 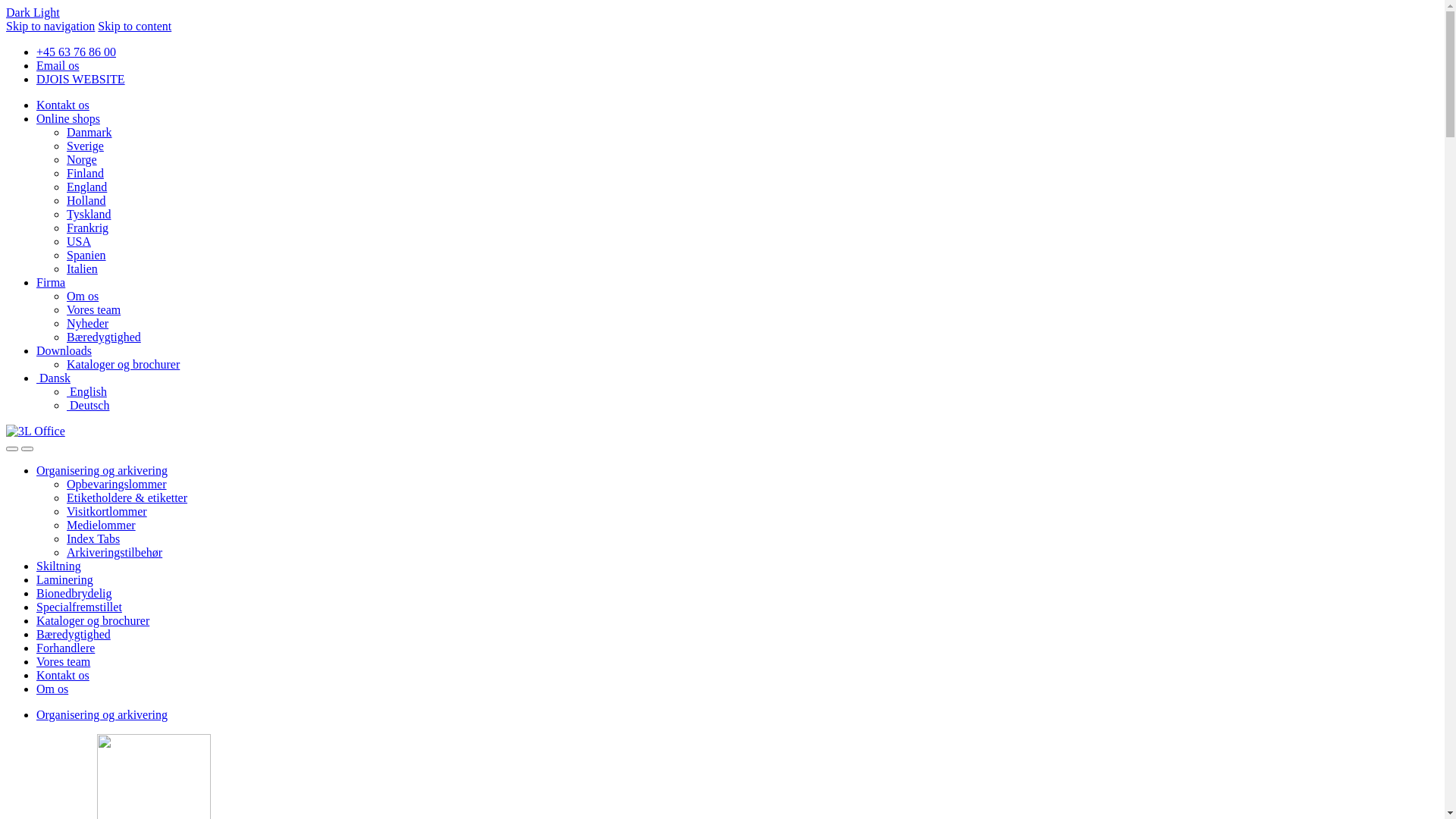 I want to click on 'Bionedbrydelig', so click(x=73, y=592).